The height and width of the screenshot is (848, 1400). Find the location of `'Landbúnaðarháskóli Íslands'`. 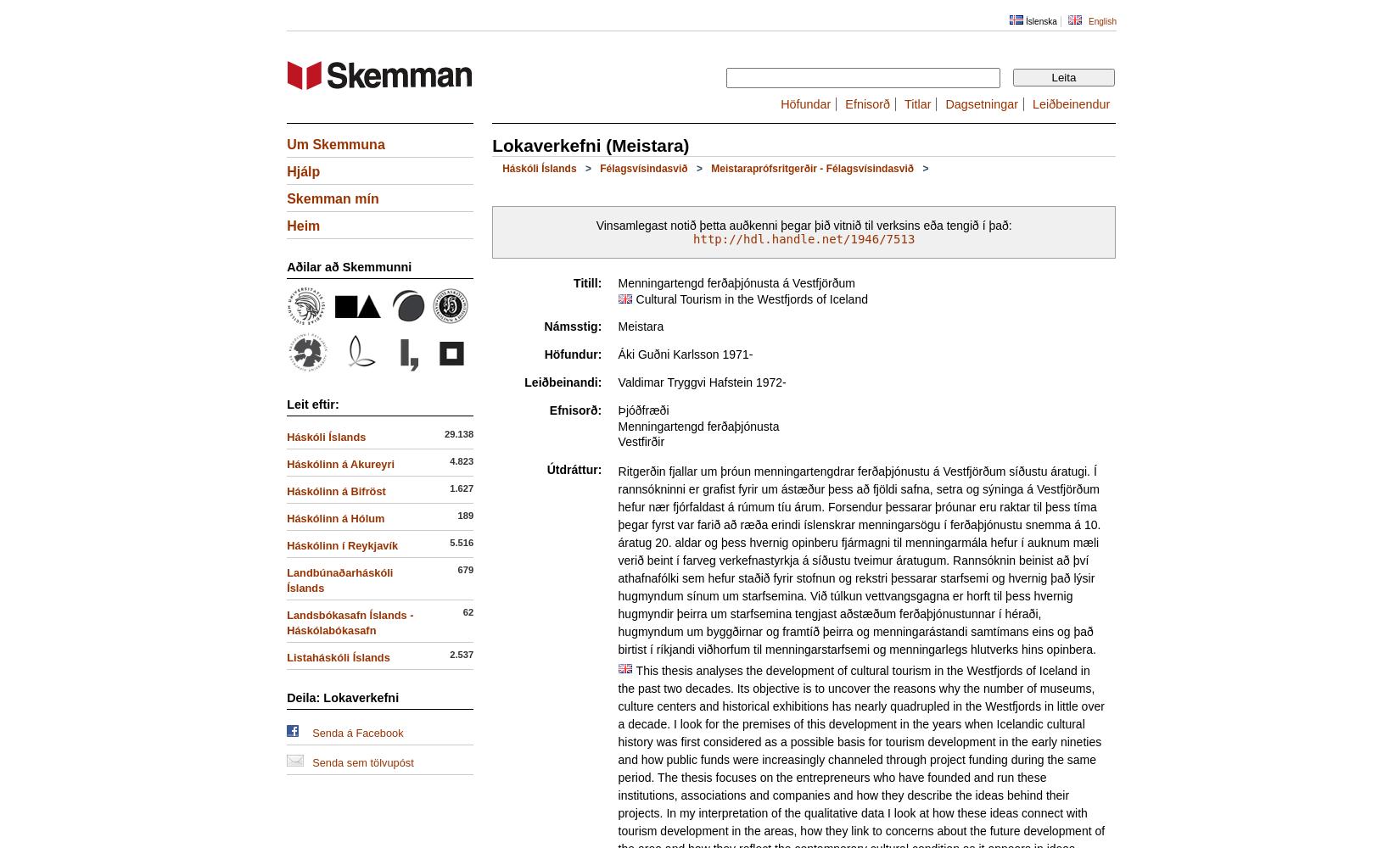

'Landbúnaðarháskóli Íslands' is located at coordinates (339, 580).